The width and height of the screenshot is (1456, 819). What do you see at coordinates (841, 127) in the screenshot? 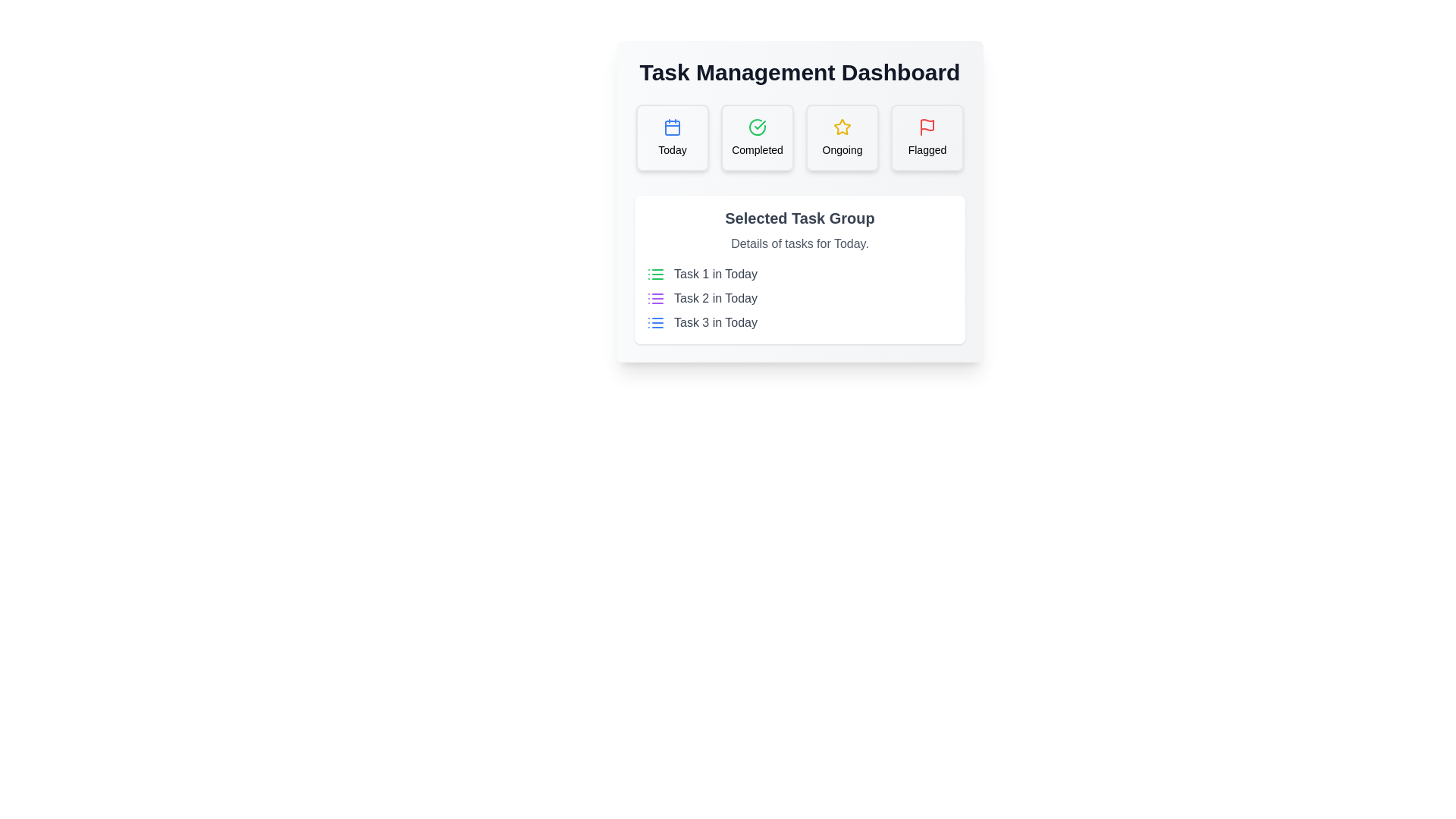
I see `the 'Ongoing' task group icon, which is the central visual feature of the 'Ongoing' button in the list of task group selectors` at bounding box center [841, 127].